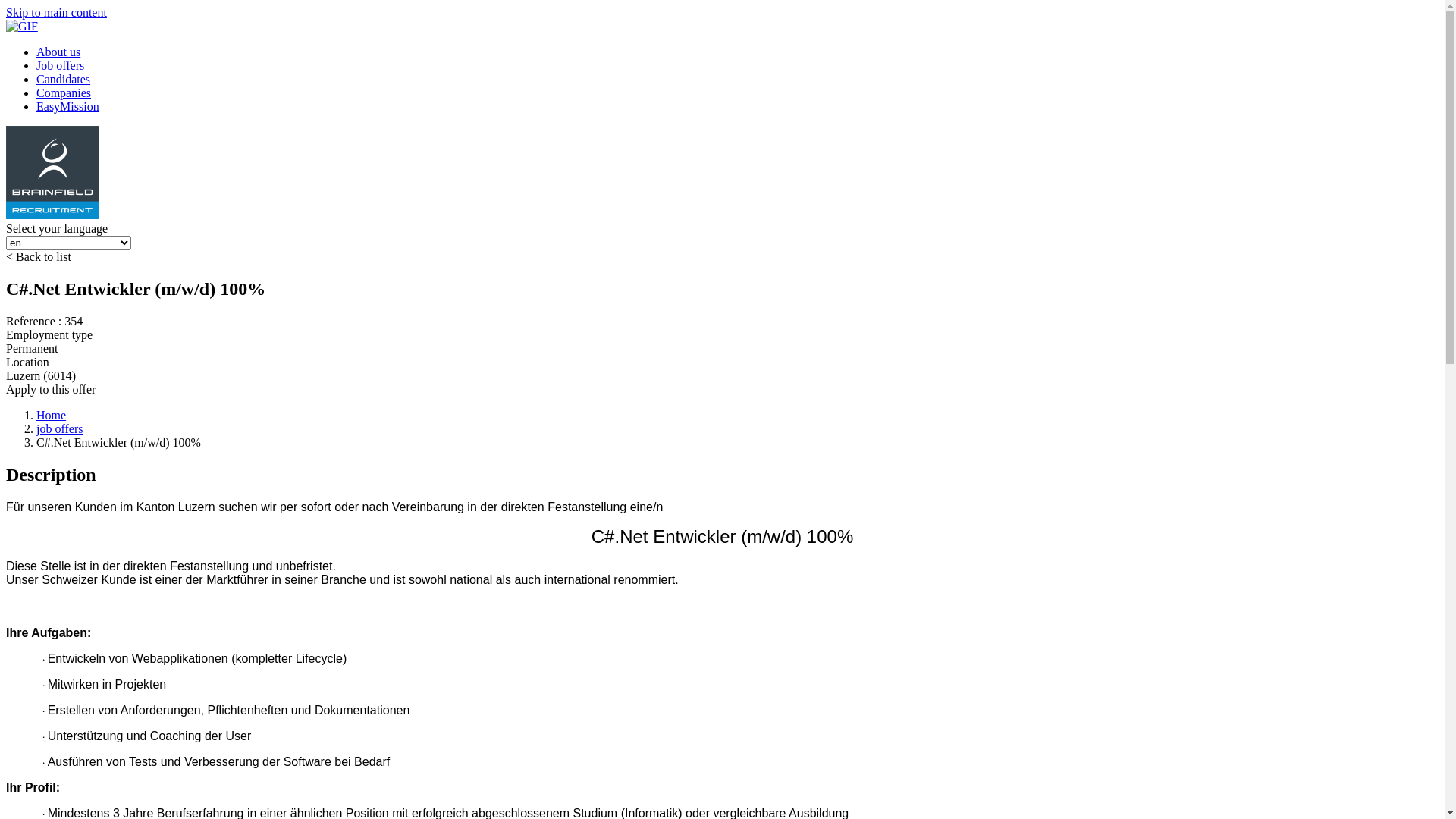  I want to click on 'job offers', so click(59, 428).